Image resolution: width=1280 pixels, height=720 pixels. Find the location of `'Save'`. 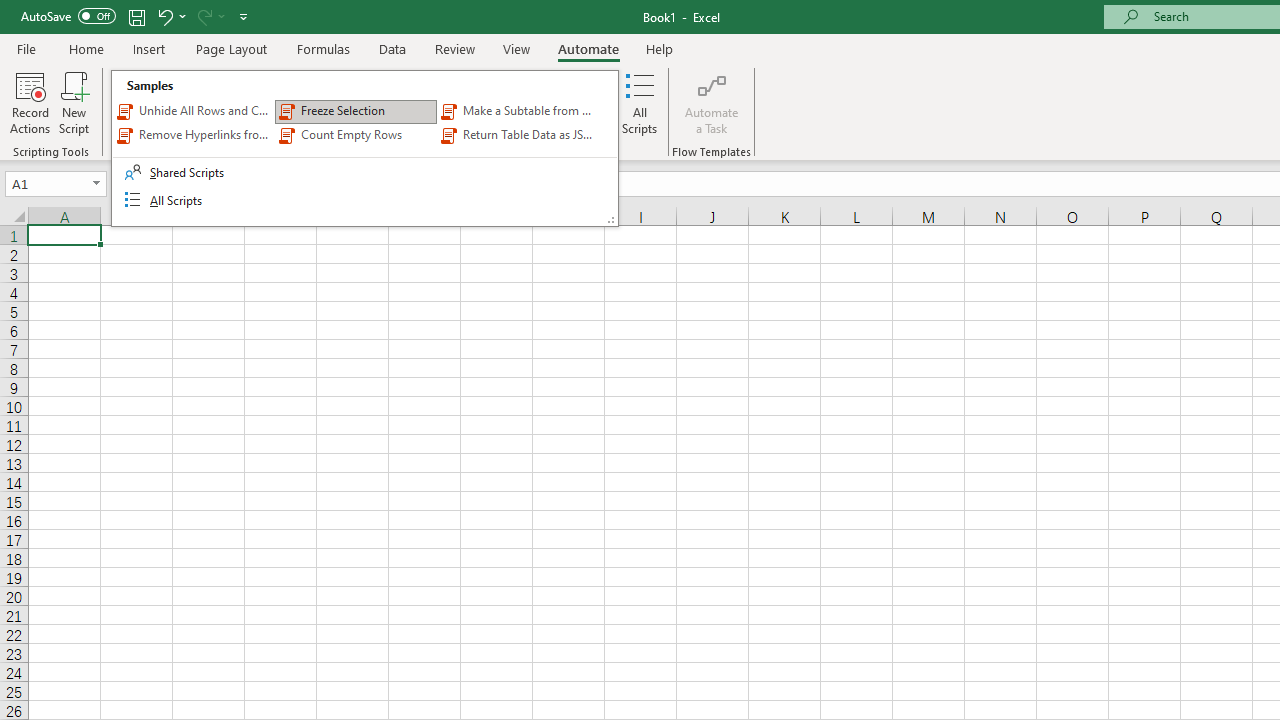

'Save' is located at coordinates (135, 16).